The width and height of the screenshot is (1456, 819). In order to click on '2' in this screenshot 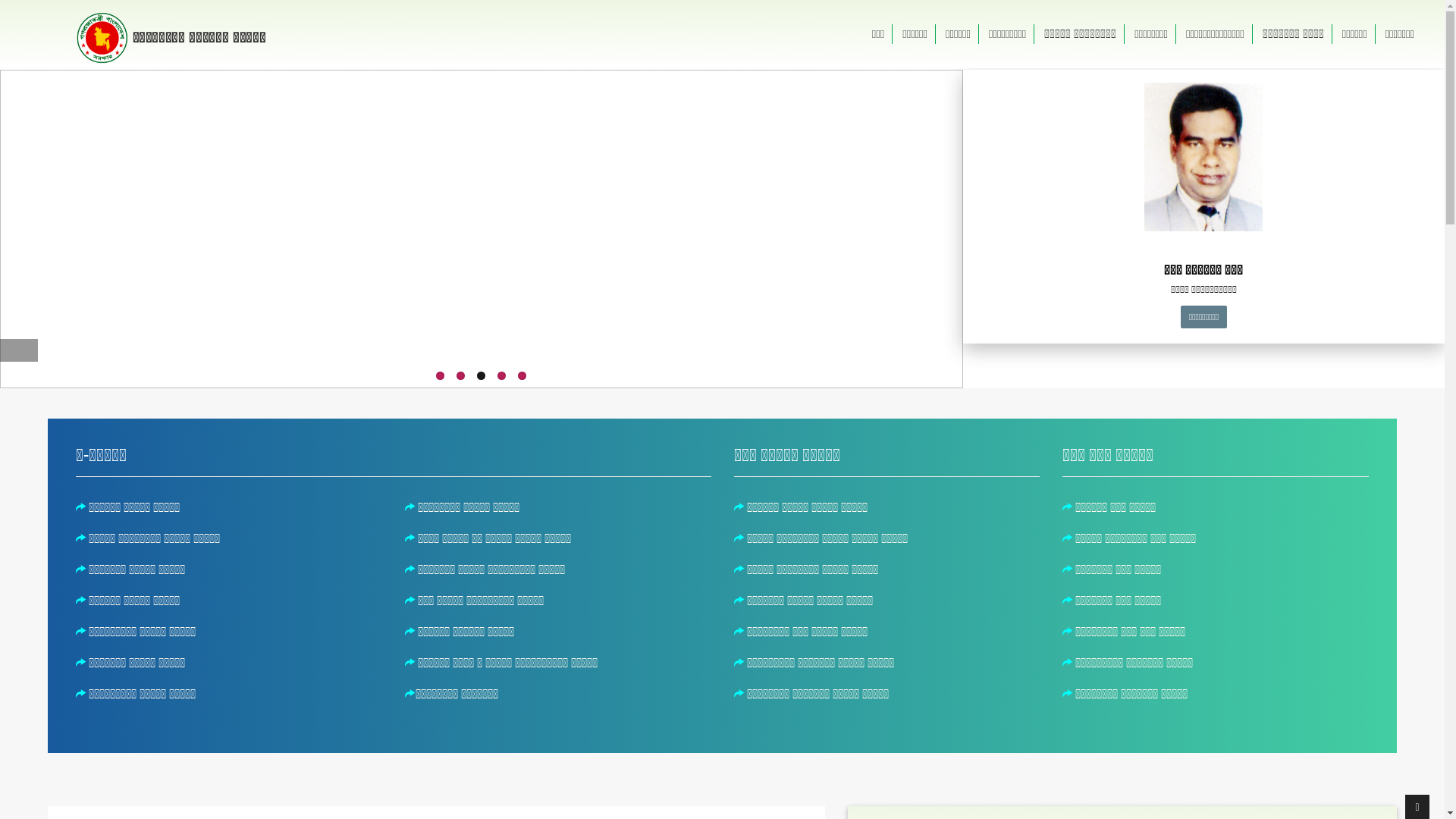, I will do `click(460, 375)`.